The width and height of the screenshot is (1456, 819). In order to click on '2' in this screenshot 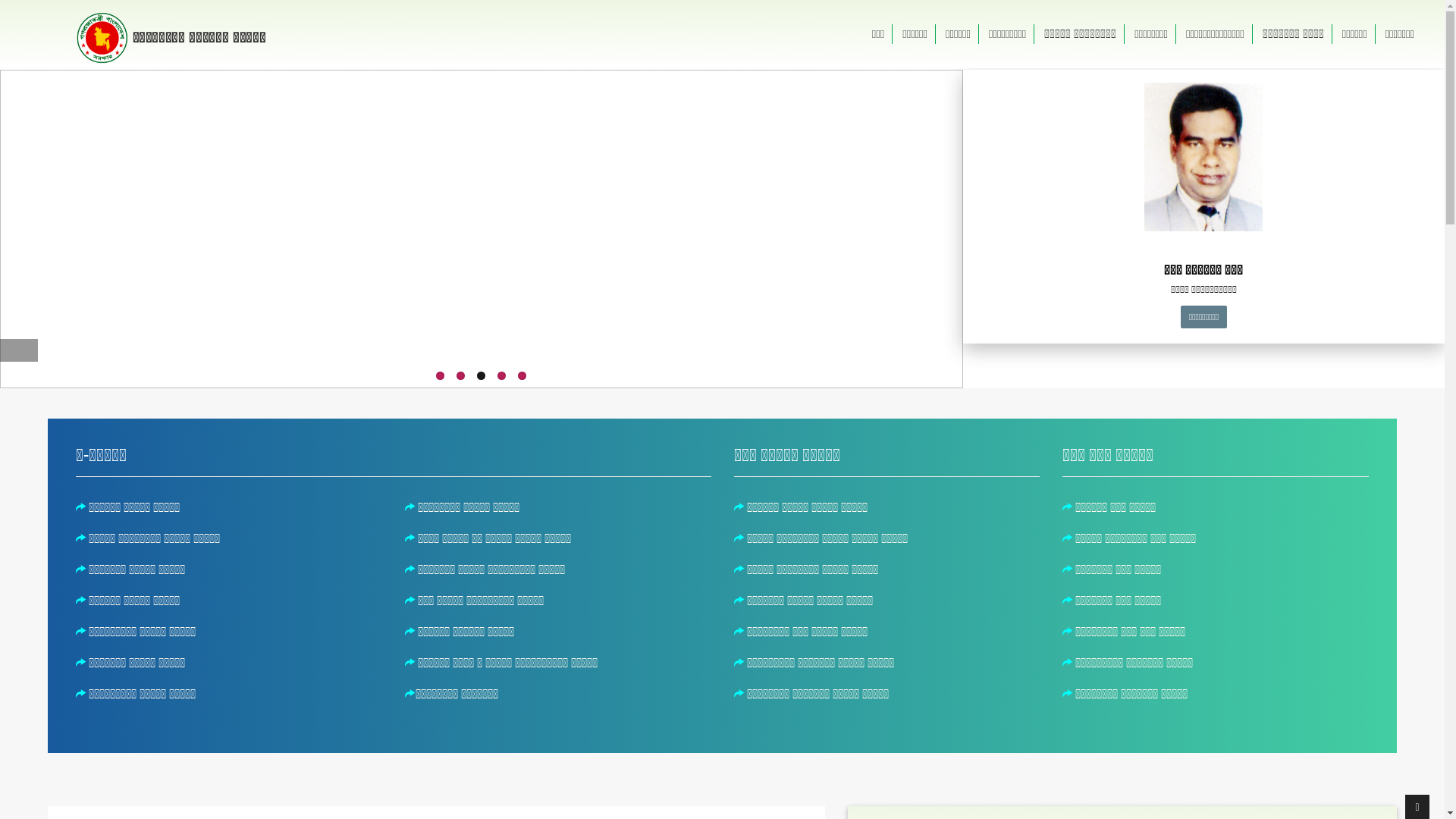, I will do `click(460, 375)`.